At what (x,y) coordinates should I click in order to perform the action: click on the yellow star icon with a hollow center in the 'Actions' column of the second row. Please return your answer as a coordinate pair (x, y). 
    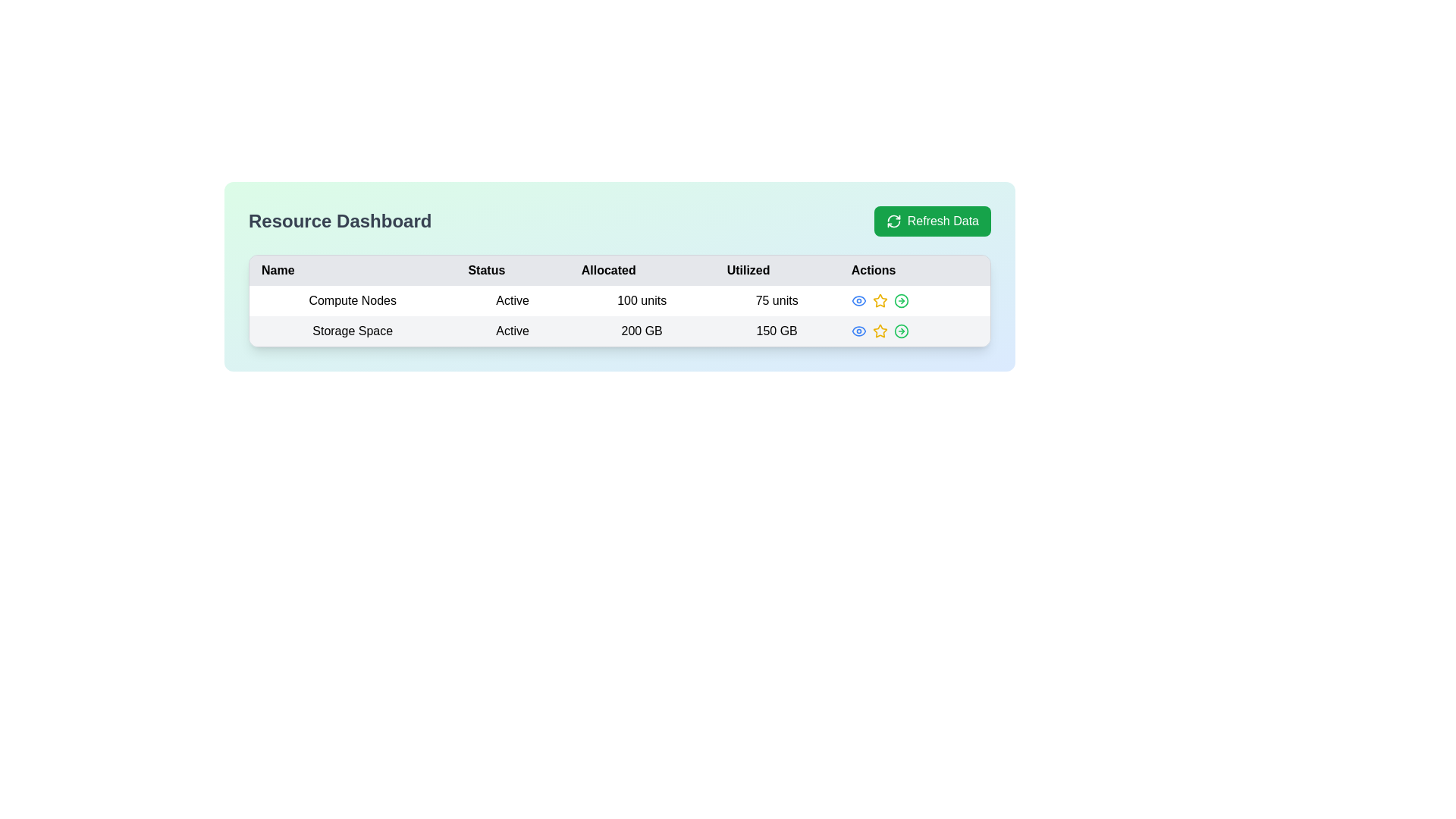
    Looking at the image, I should click on (880, 300).